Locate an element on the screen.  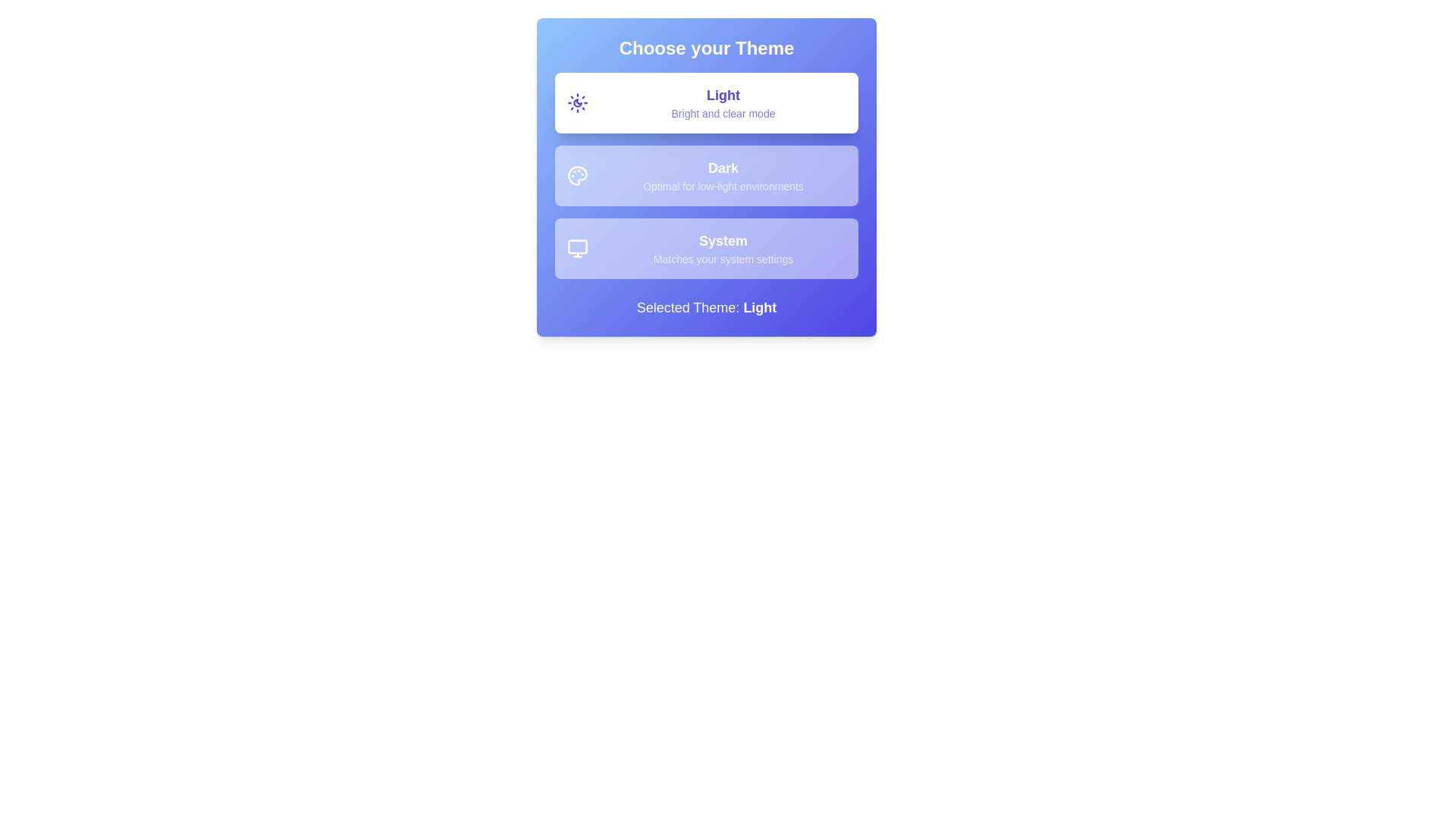
the theme Dark by clicking on its option is located at coordinates (705, 174).